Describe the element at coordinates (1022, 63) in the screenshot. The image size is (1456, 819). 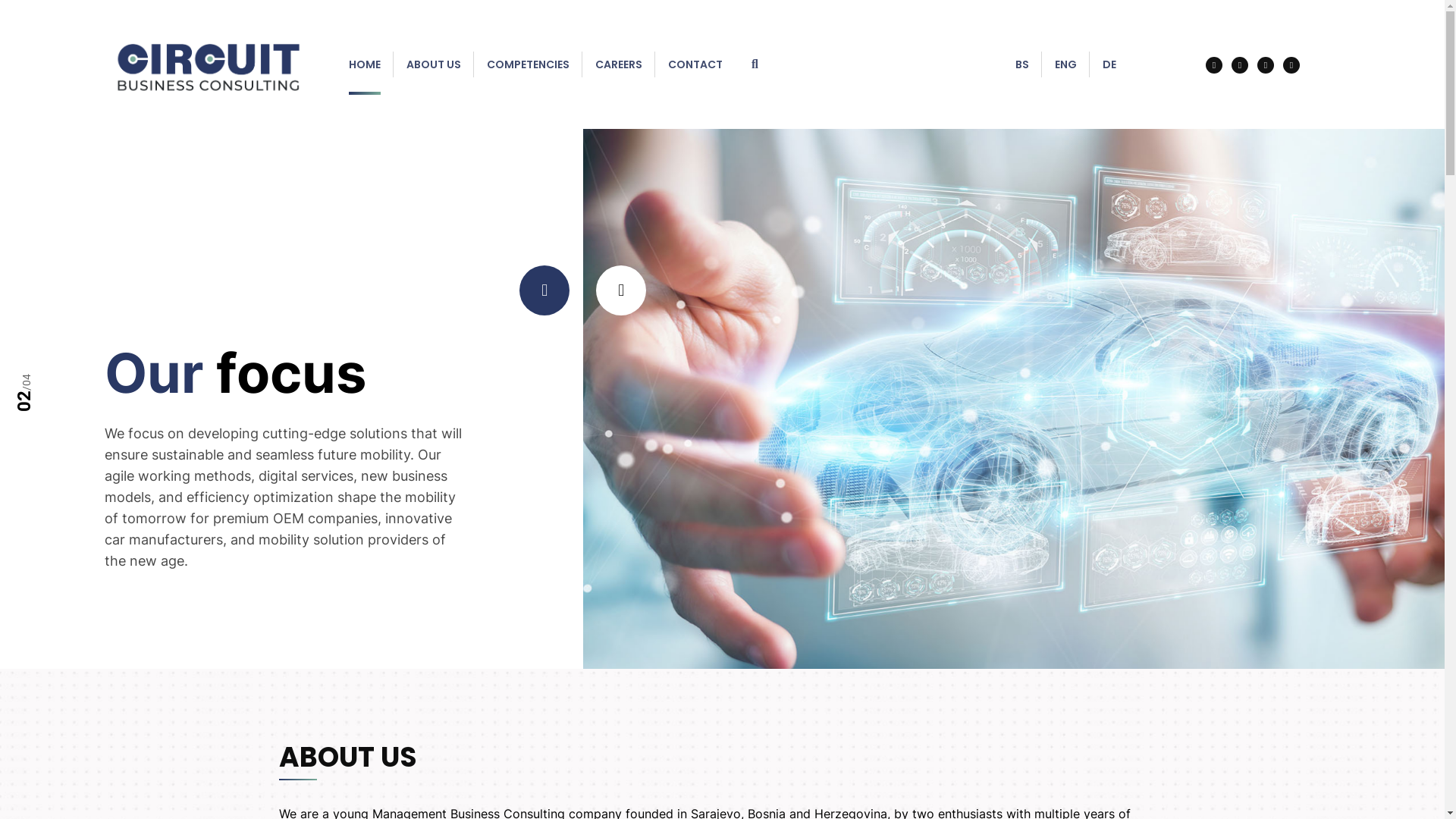
I see `'BS'` at that location.